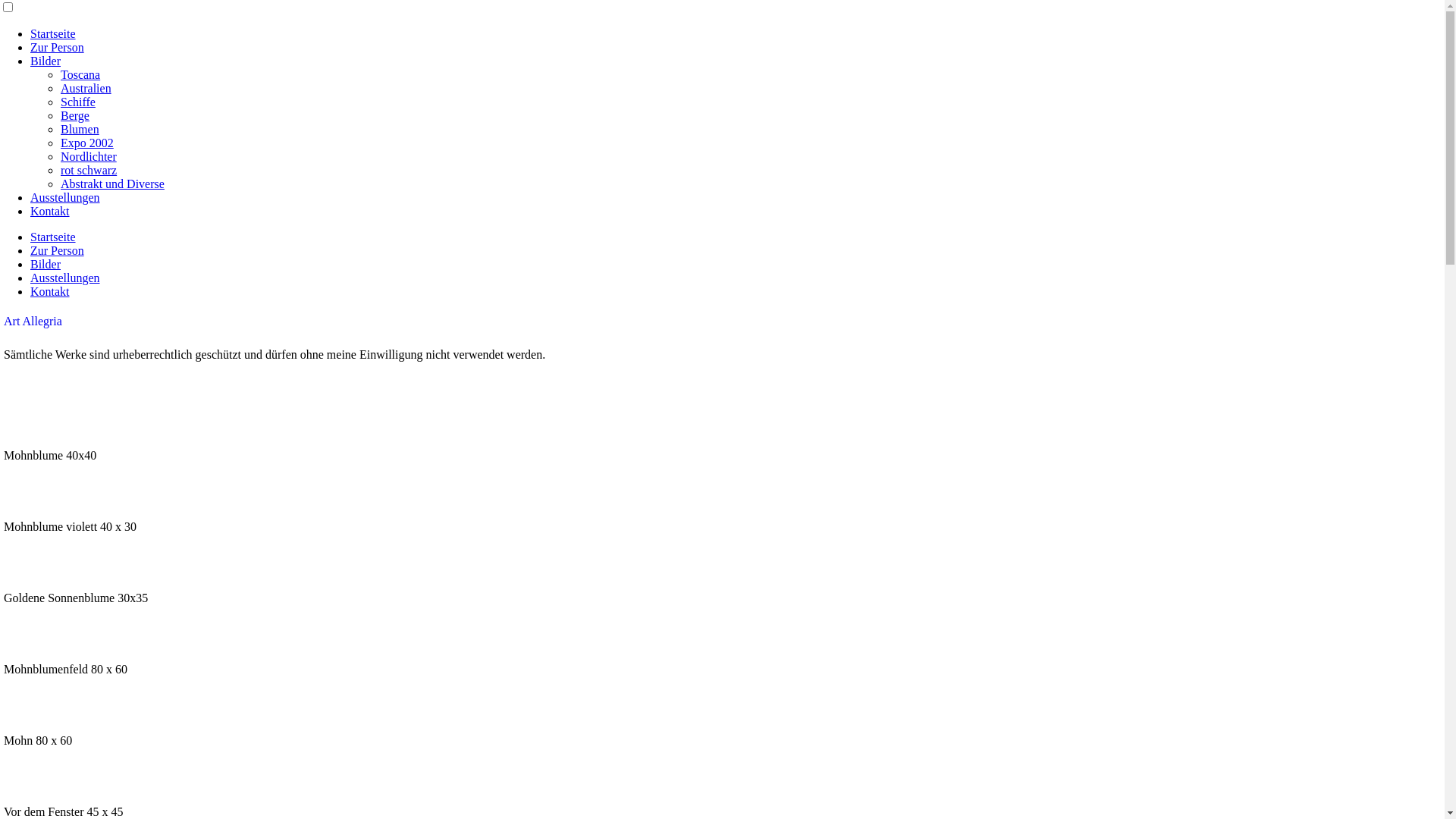 The height and width of the screenshot is (819, 1456). What do you see at coordinates (53, 33) in the screenshot?
I see `'Startseite'` at bounding box center [53, 33].